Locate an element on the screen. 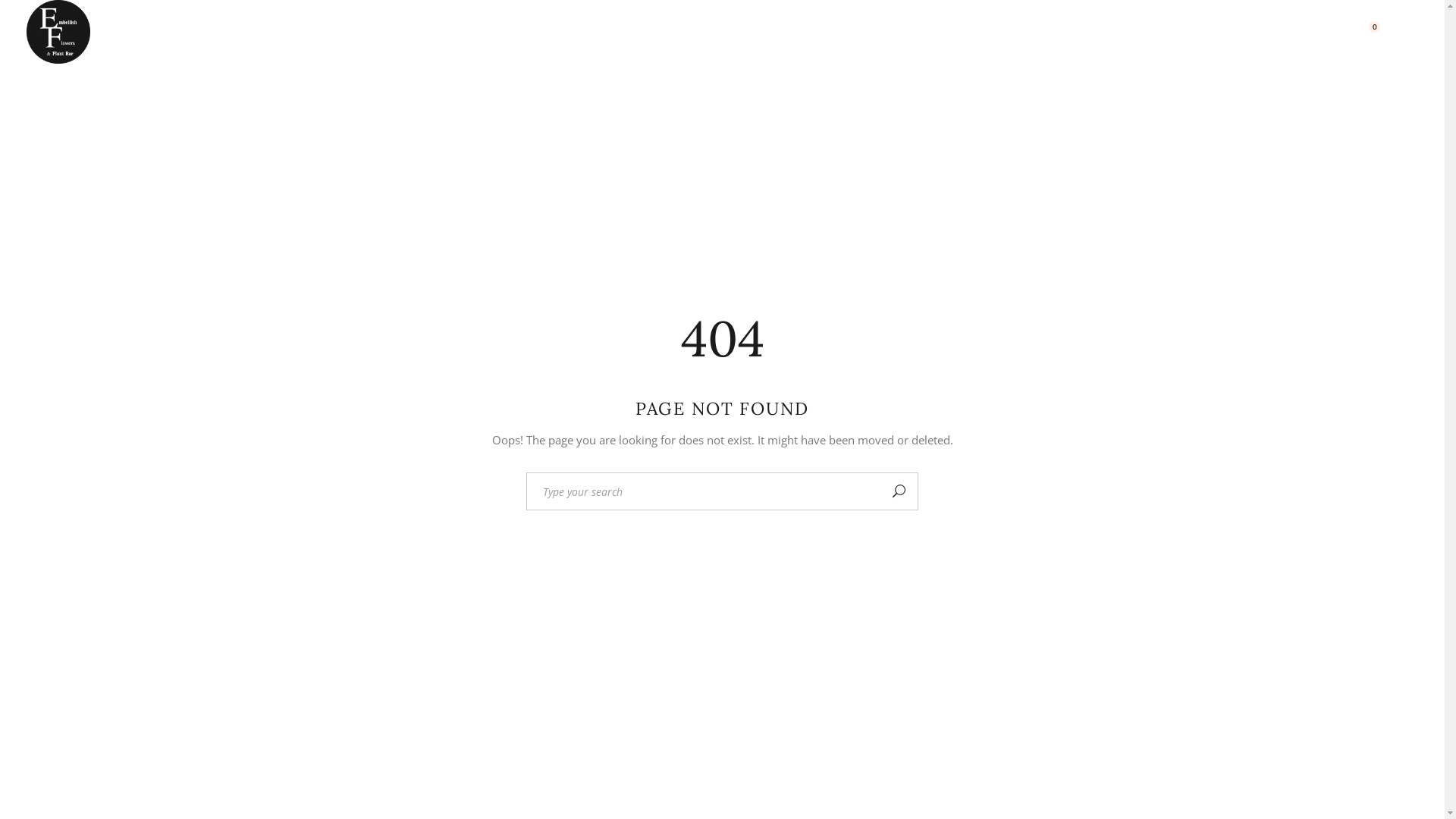 The height and width of the screenshot is (819, 1456). 'DELIVERY & PAYMENT' is located at coordinates (961, 32).